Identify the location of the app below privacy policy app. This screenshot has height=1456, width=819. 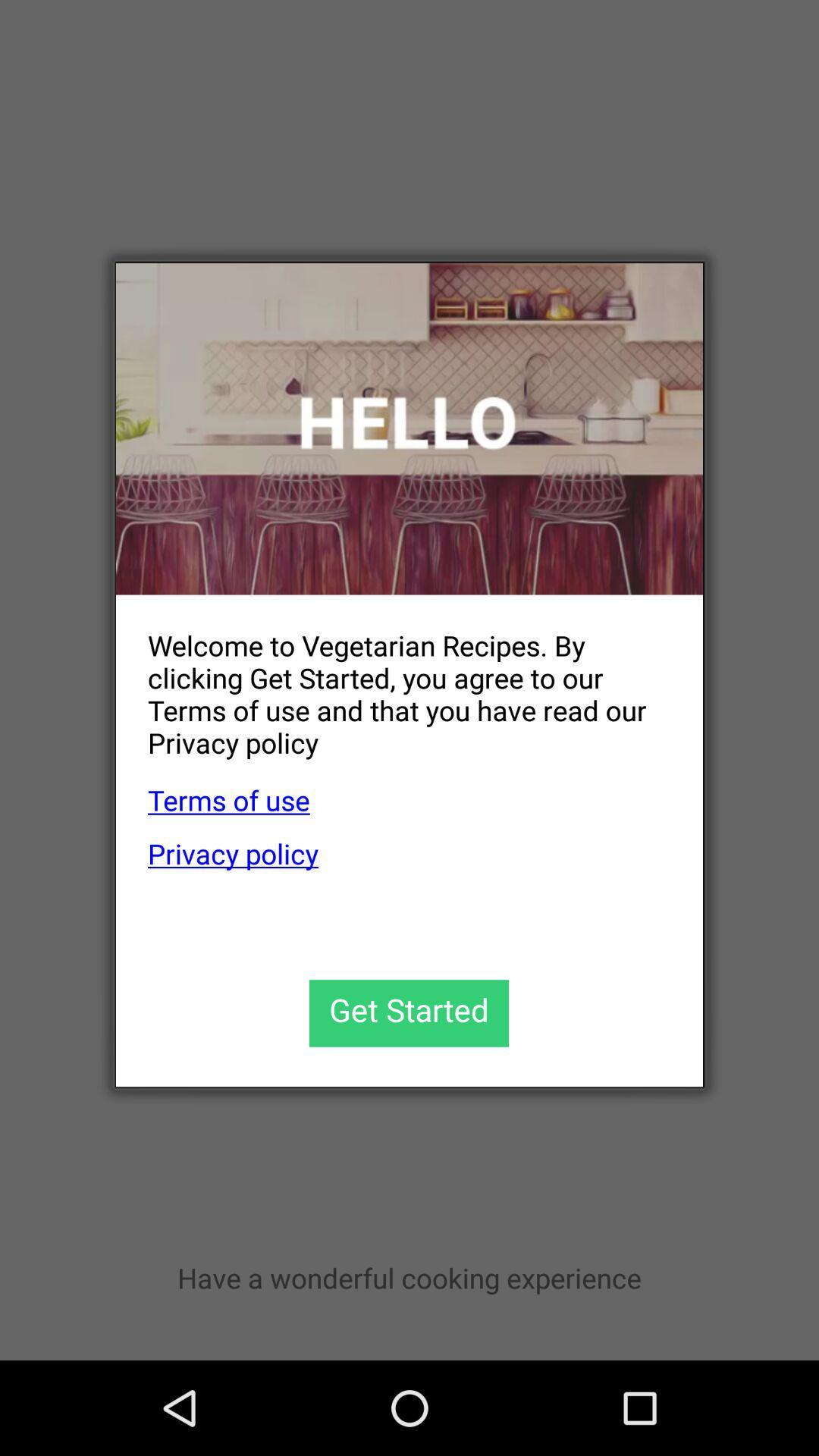
(408, 1013).